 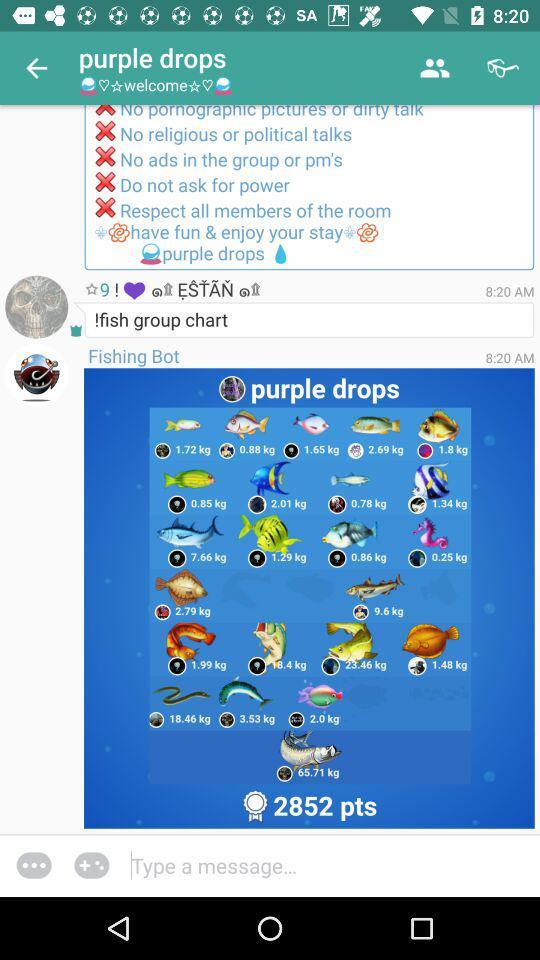 What do you see at coordinates (30, 864) in the screenshot?
I see `the more icon` at bounding box center [30, 864].